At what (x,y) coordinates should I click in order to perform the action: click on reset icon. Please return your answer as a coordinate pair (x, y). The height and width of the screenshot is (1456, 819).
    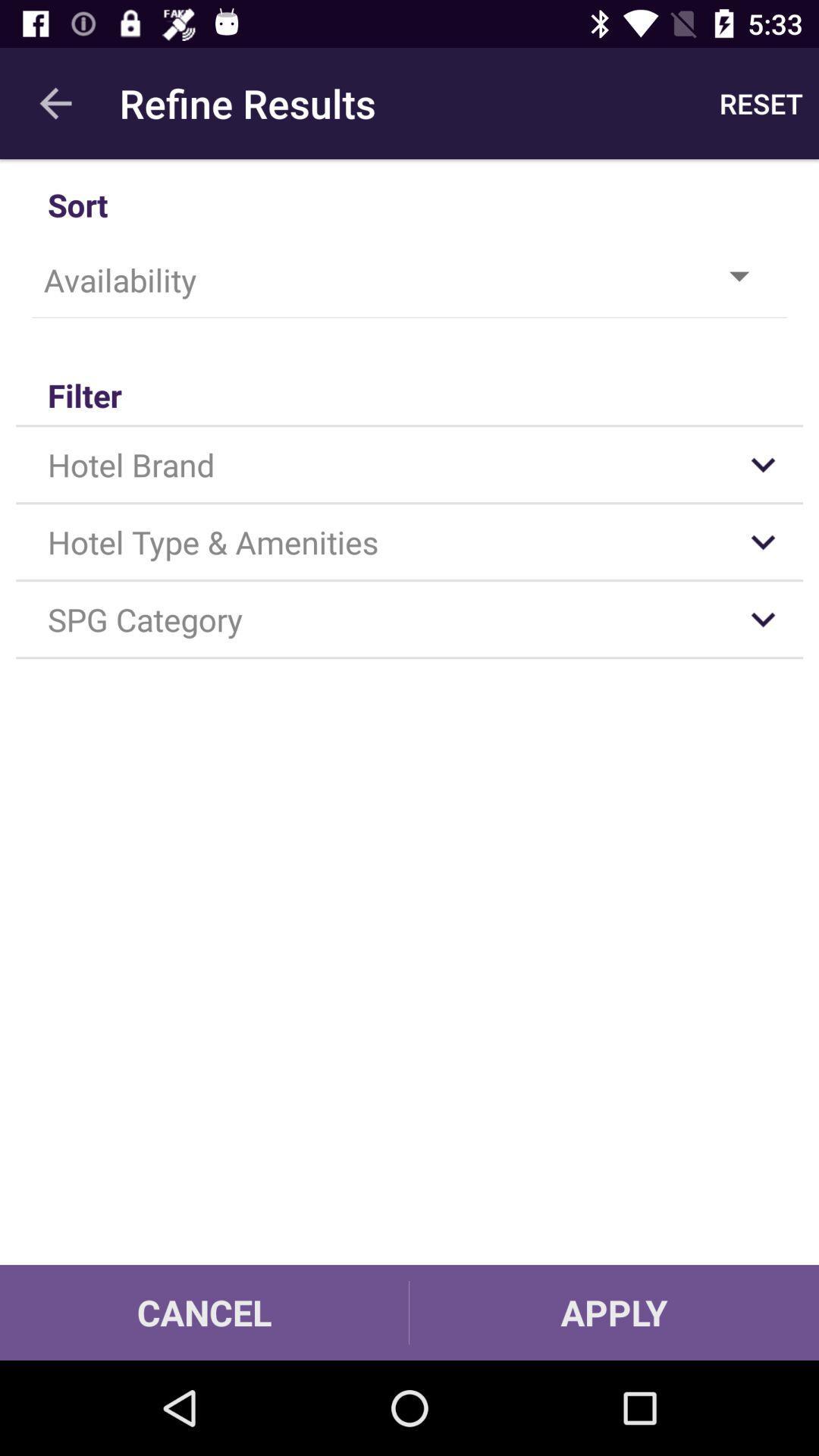
    Looking at the image, I should click on (761, 102).